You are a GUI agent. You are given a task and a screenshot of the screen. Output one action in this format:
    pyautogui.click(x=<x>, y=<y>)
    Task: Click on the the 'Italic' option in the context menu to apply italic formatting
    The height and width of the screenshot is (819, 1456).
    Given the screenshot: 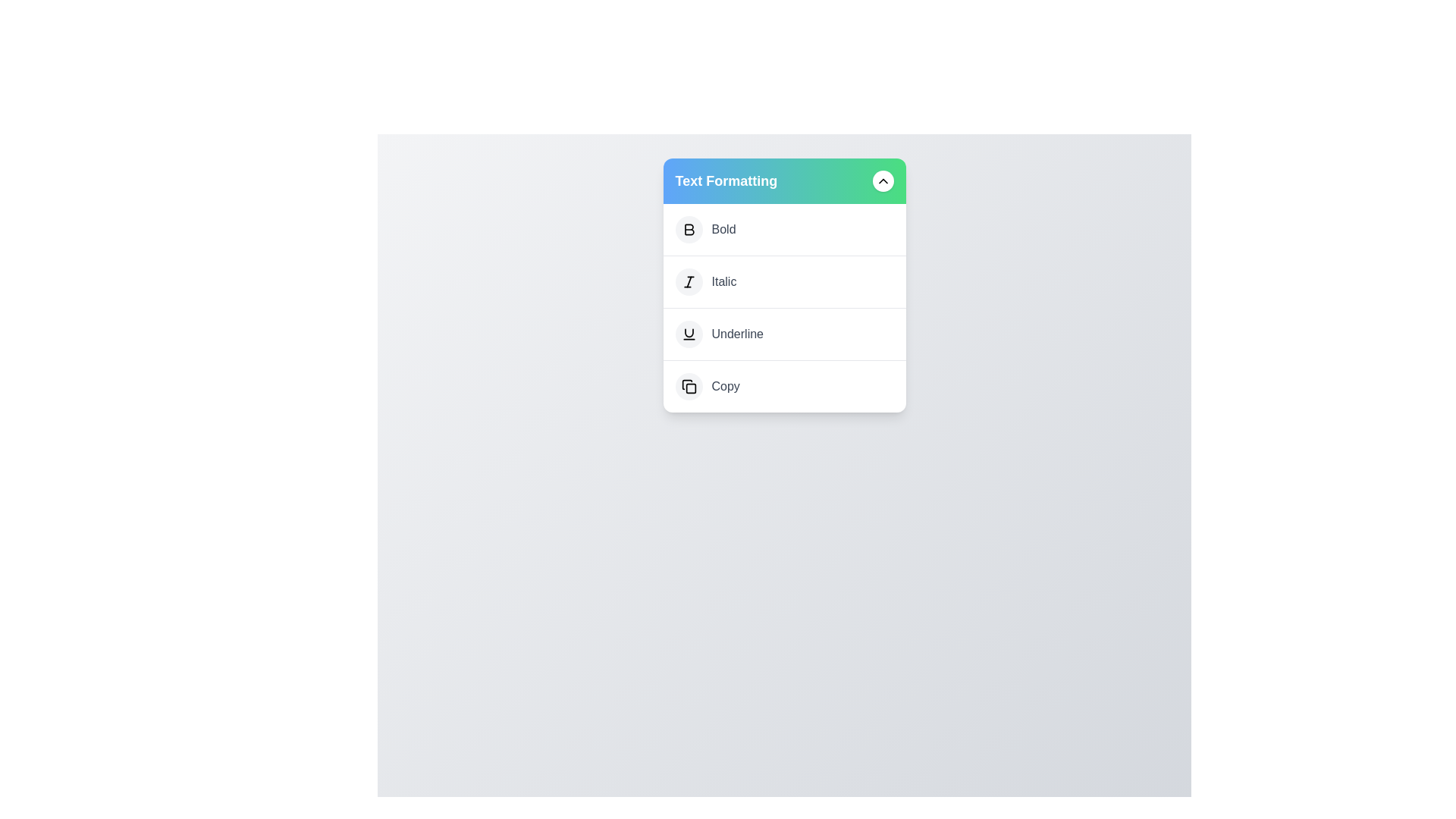 What is the action you would take?
    pyautogui.click(x=688, y=281)
    